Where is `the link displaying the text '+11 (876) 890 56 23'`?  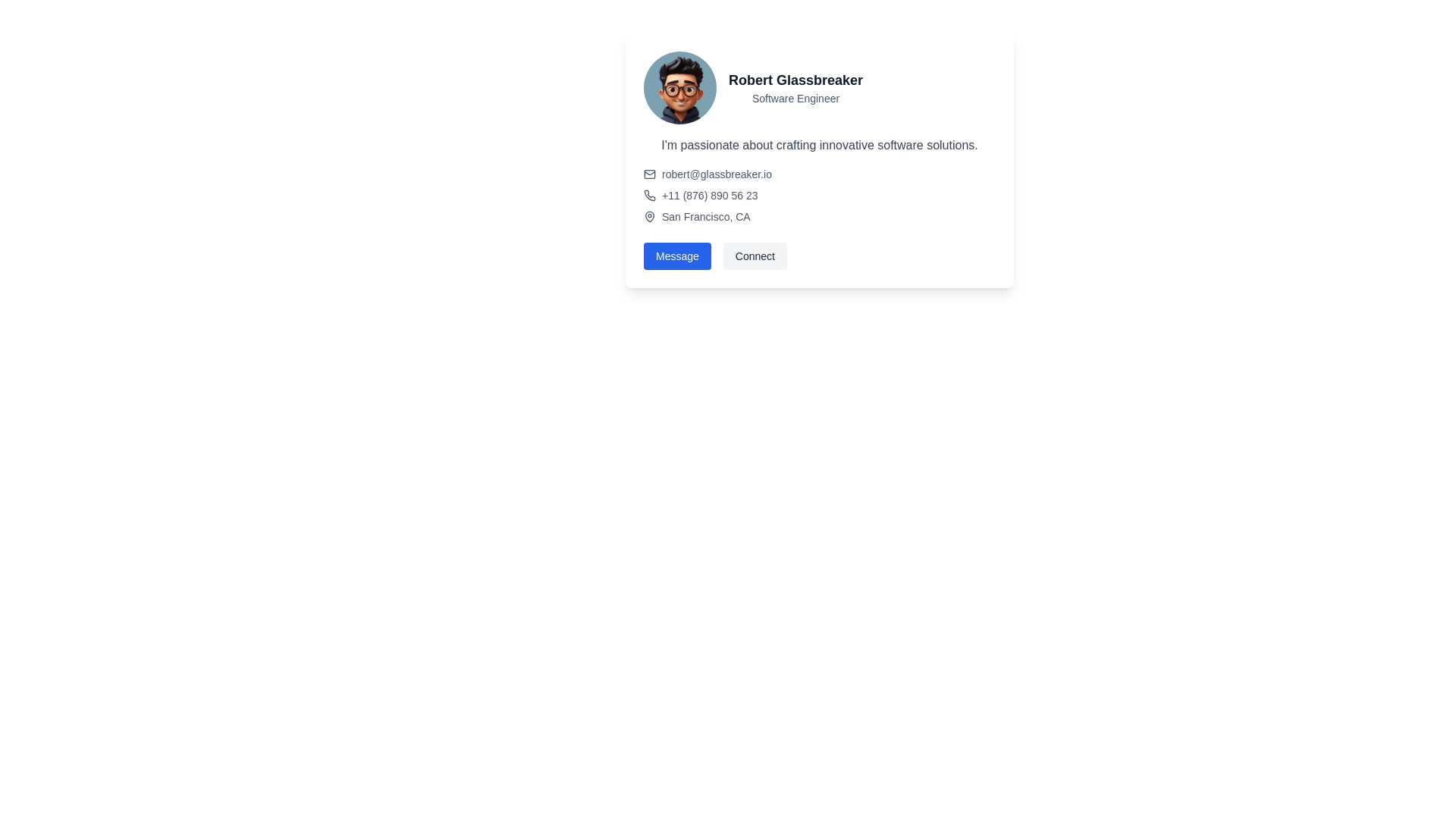
the link displaying the text '+11 (876) 890 56 23' is located at coordinates (709, 195).